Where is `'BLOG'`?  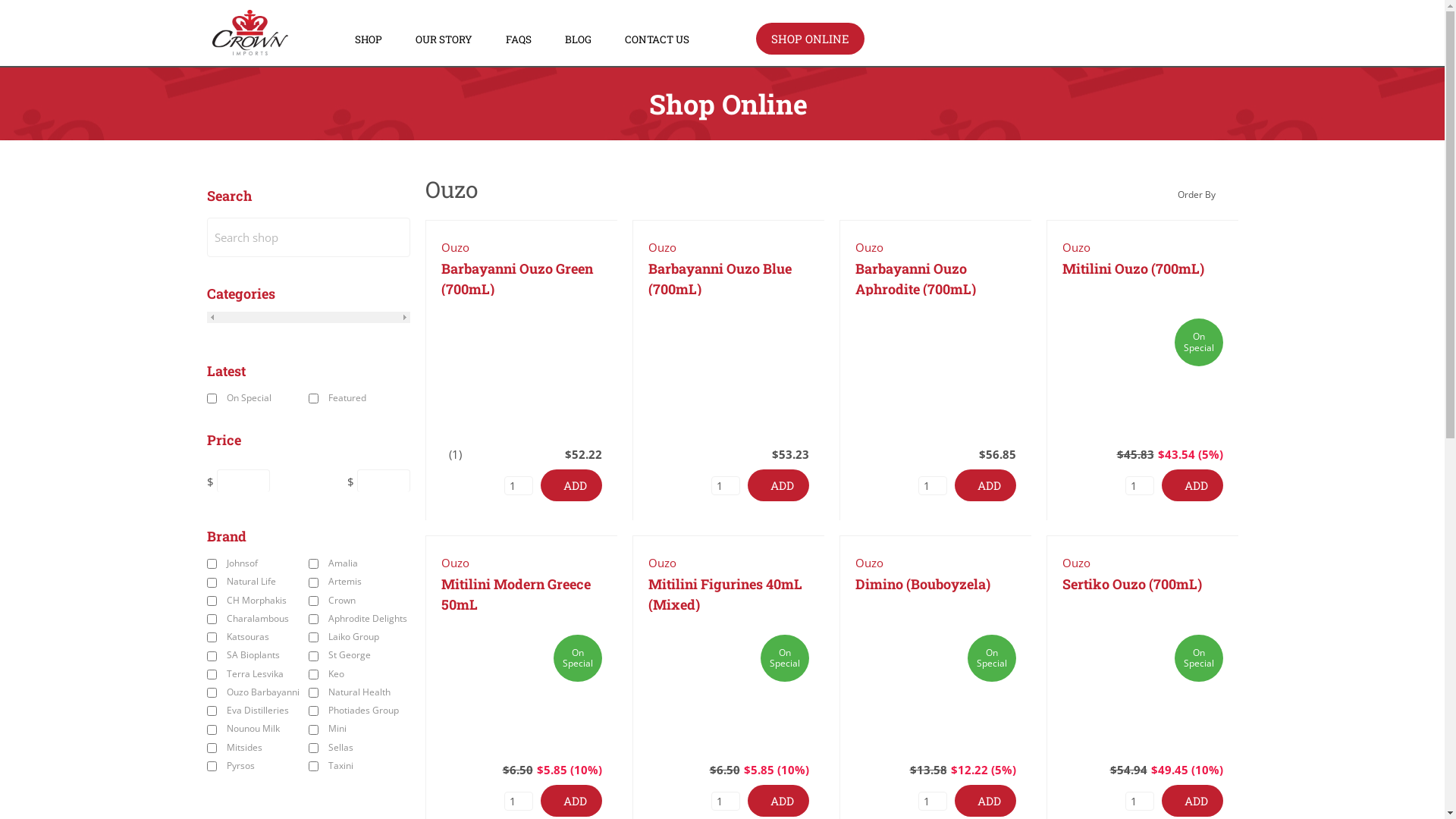
'BLOG' is located at coordinates (563, 39).